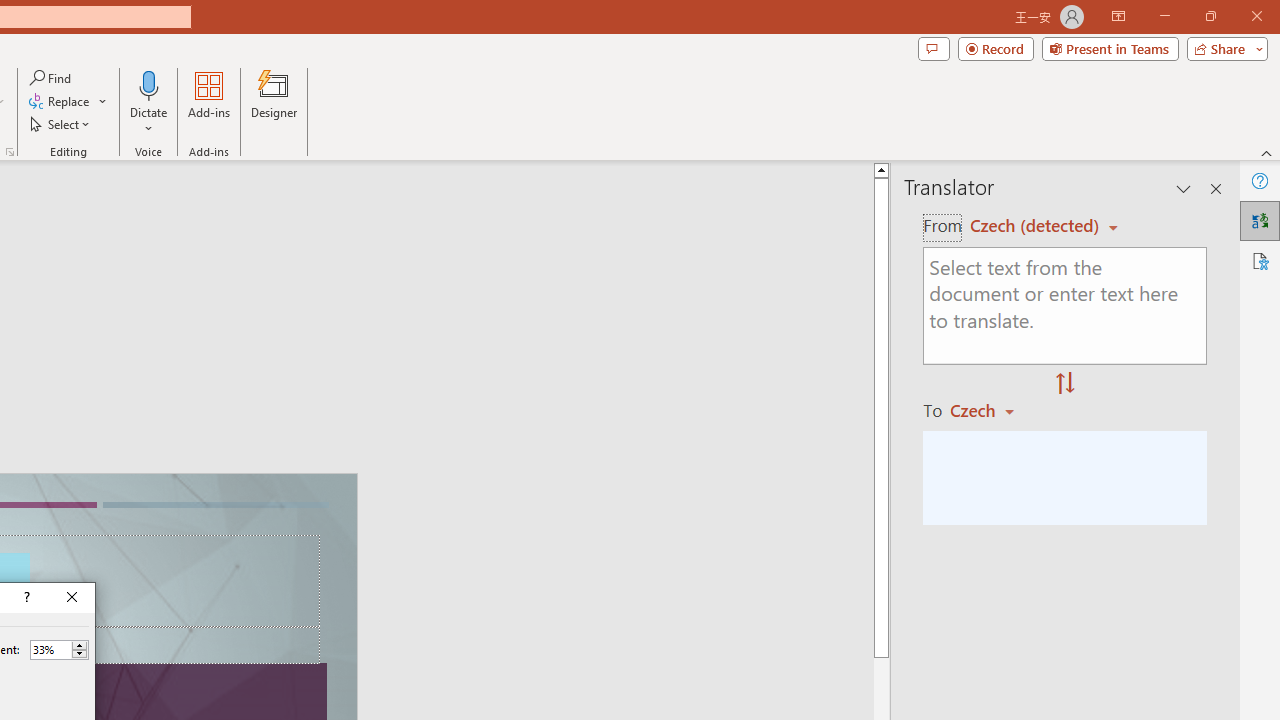 The width and height of the screenshot is (1280, 720). I want to click on 'Czech (detected)', so click(1037, 225).